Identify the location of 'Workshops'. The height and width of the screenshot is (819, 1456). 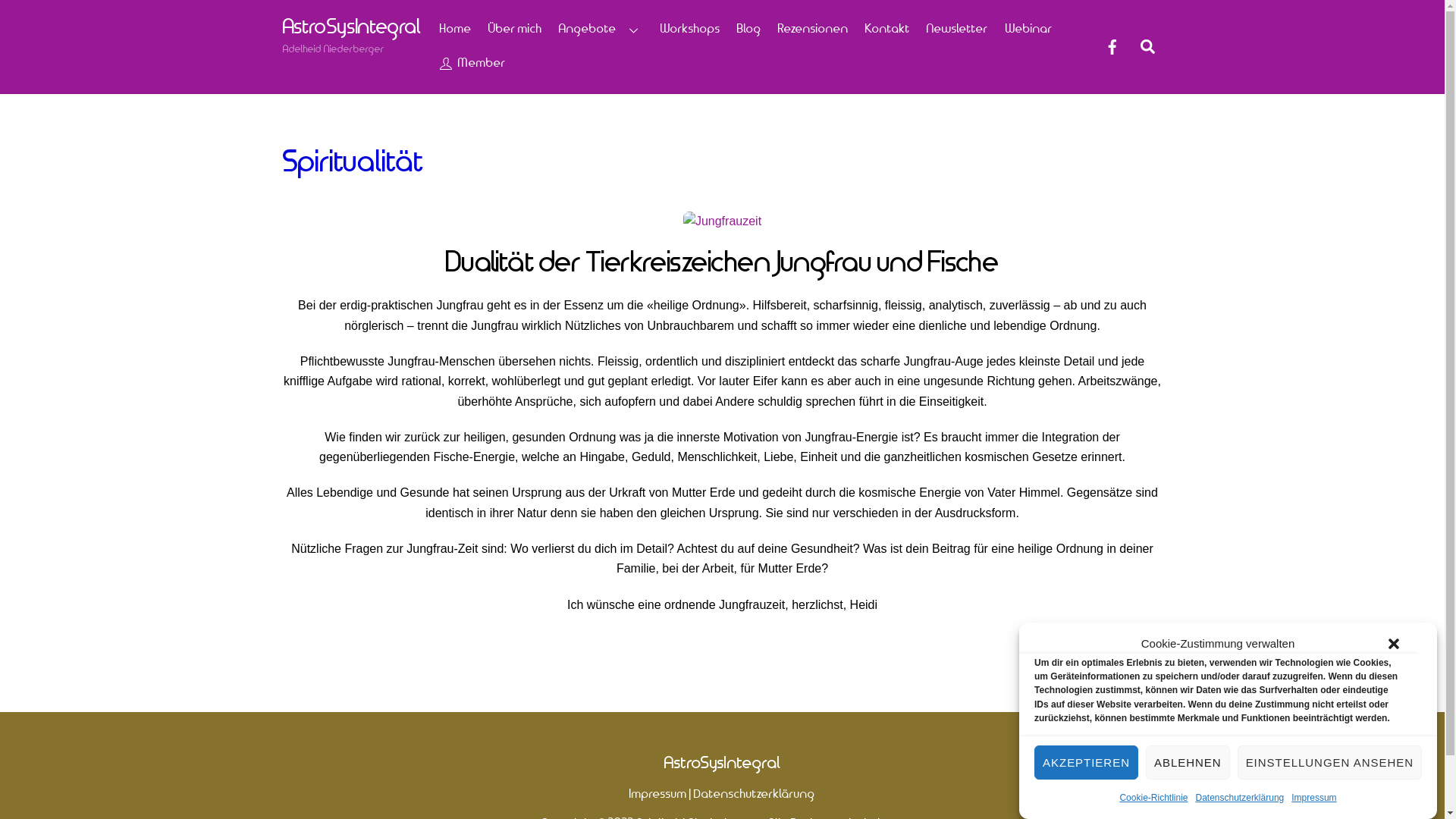
(689, 29).